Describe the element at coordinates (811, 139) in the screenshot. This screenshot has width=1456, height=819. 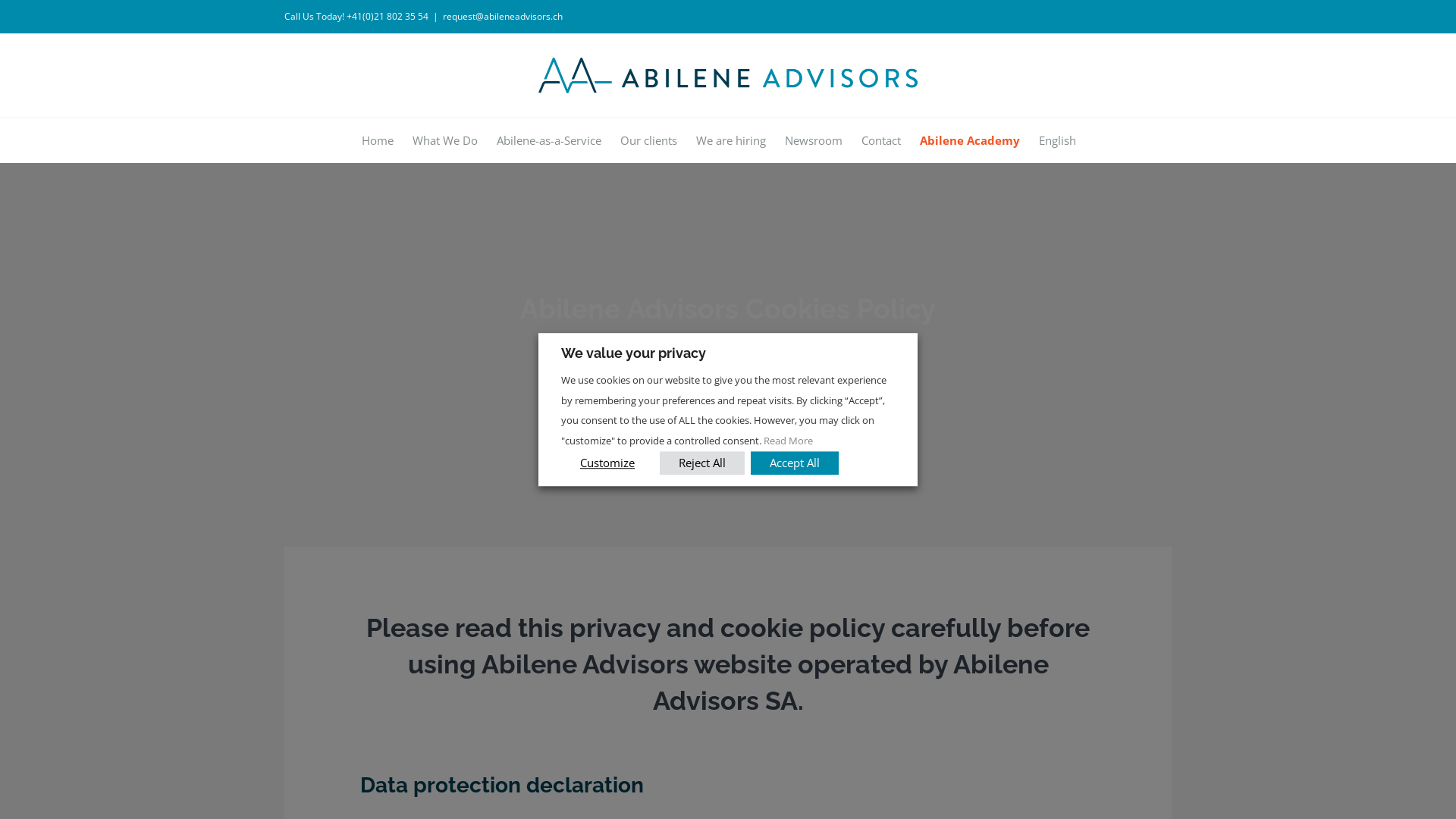
I see `'Newsroom'` at that location.